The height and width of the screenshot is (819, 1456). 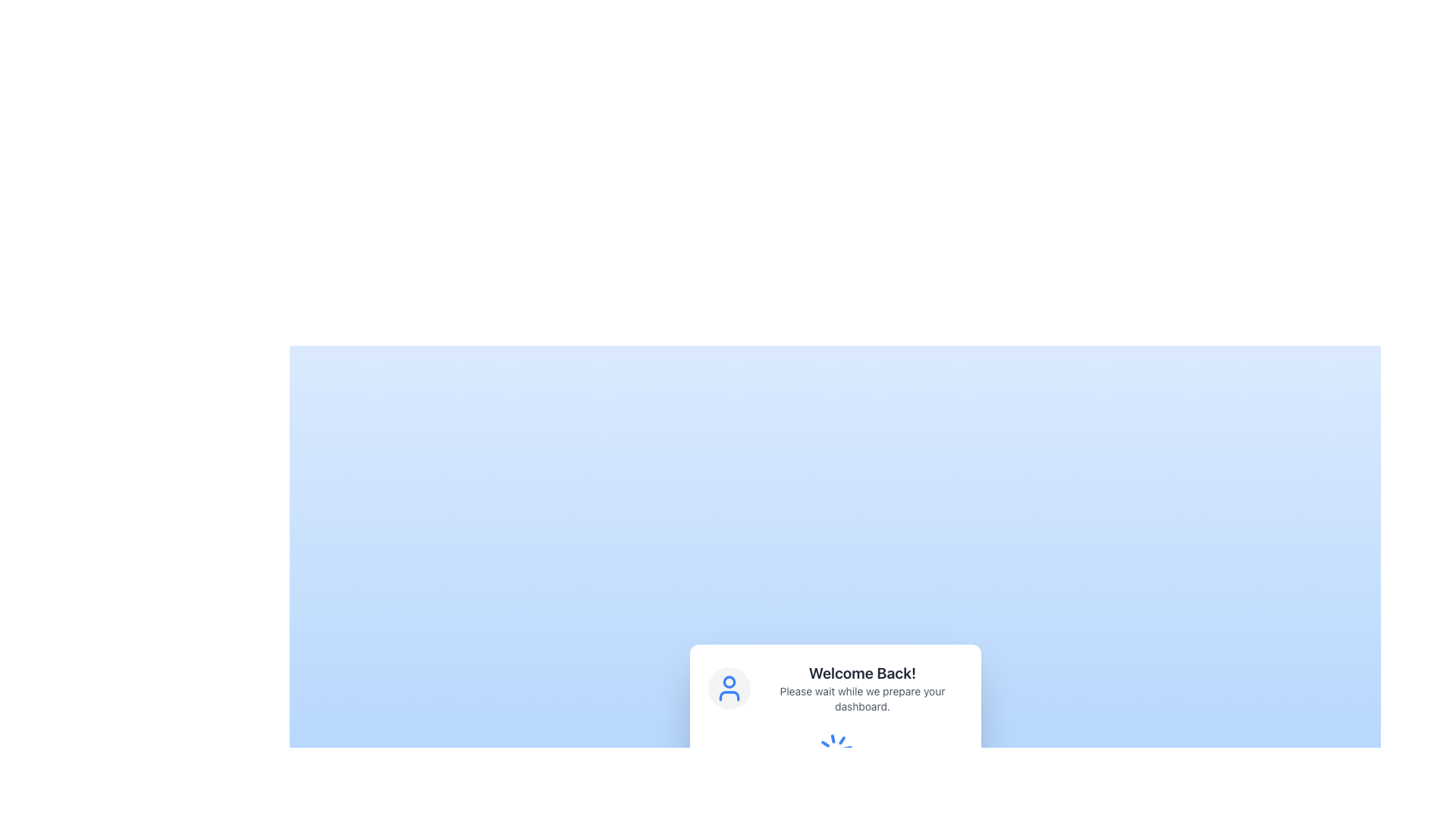 What do you see at coordinates (834, 751) in the screenshot?
I see `the vibrant blue circular spinner that is centered beneath the 'Welcome Back!' text, indicating a loading or processing state` at bounding box center [834, 751].